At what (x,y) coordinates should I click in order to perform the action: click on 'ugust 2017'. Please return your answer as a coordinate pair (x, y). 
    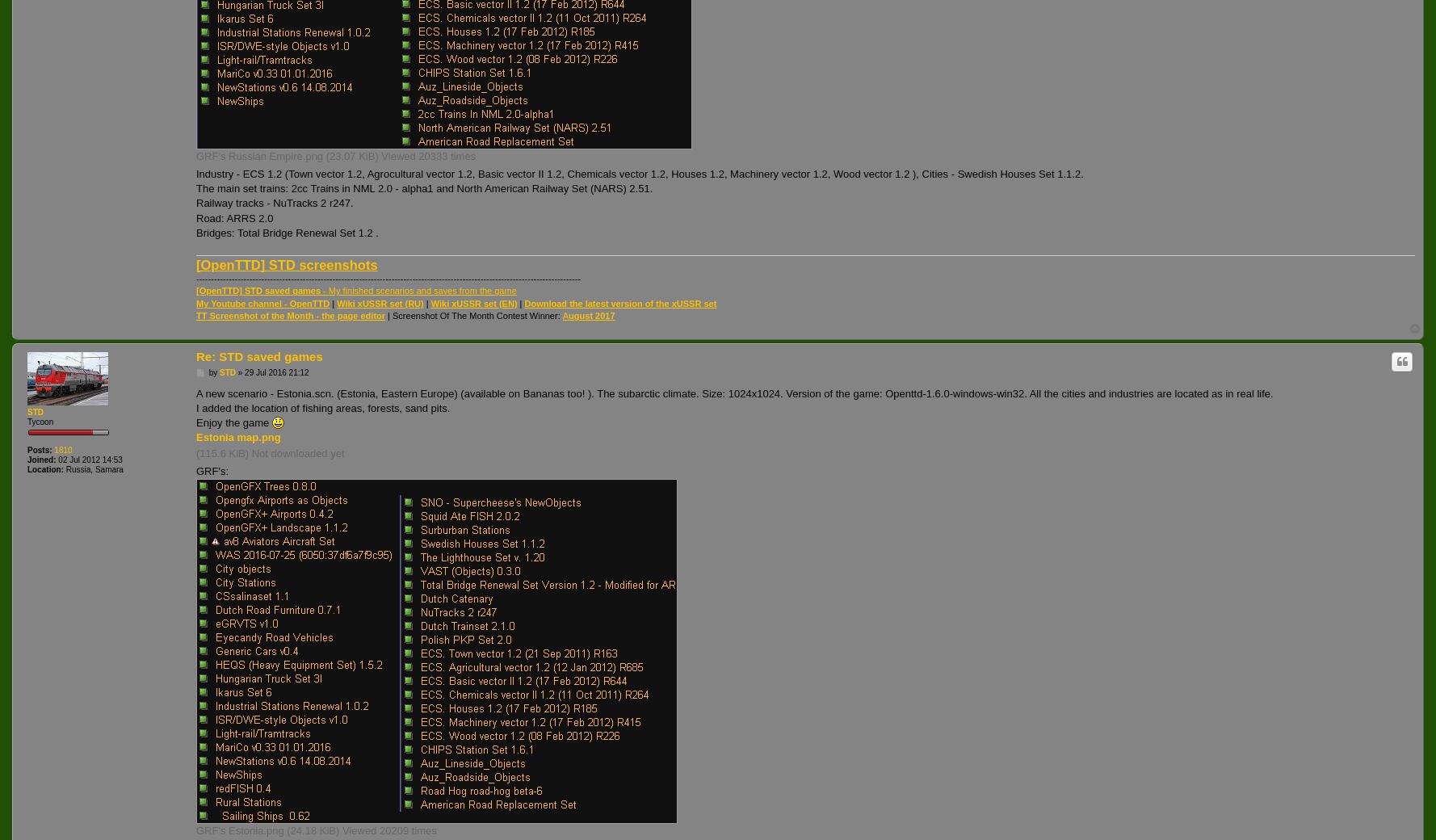
    Looking at the image, I should click on (590, 316).